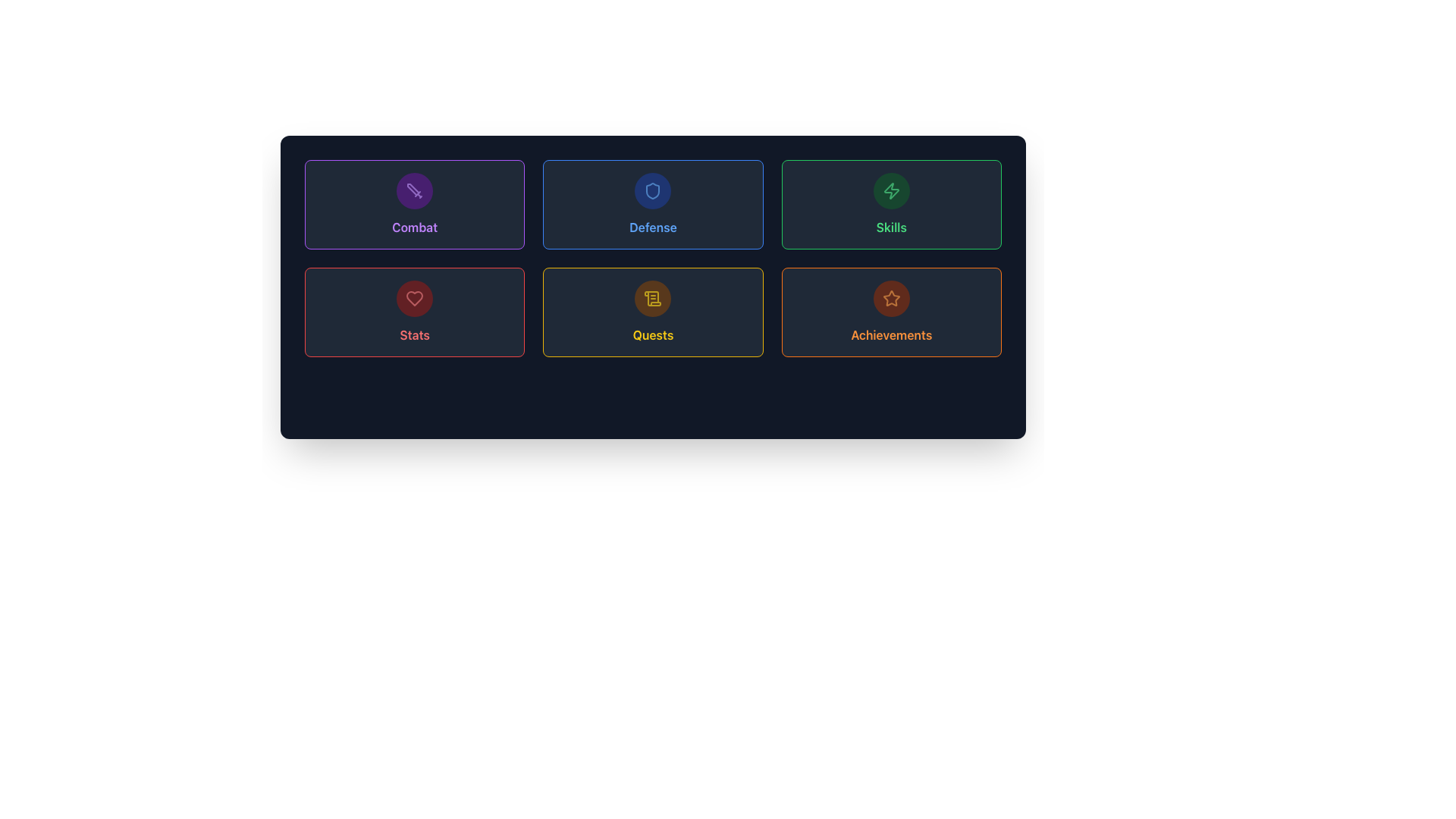 The height and width of the screenshot is (819, 1456). I want to click on the 'Stats' navigation button located in the second row, first column of a 2-row by 3-column grid, directly below the 'Combat' tile, so click(415, 312).